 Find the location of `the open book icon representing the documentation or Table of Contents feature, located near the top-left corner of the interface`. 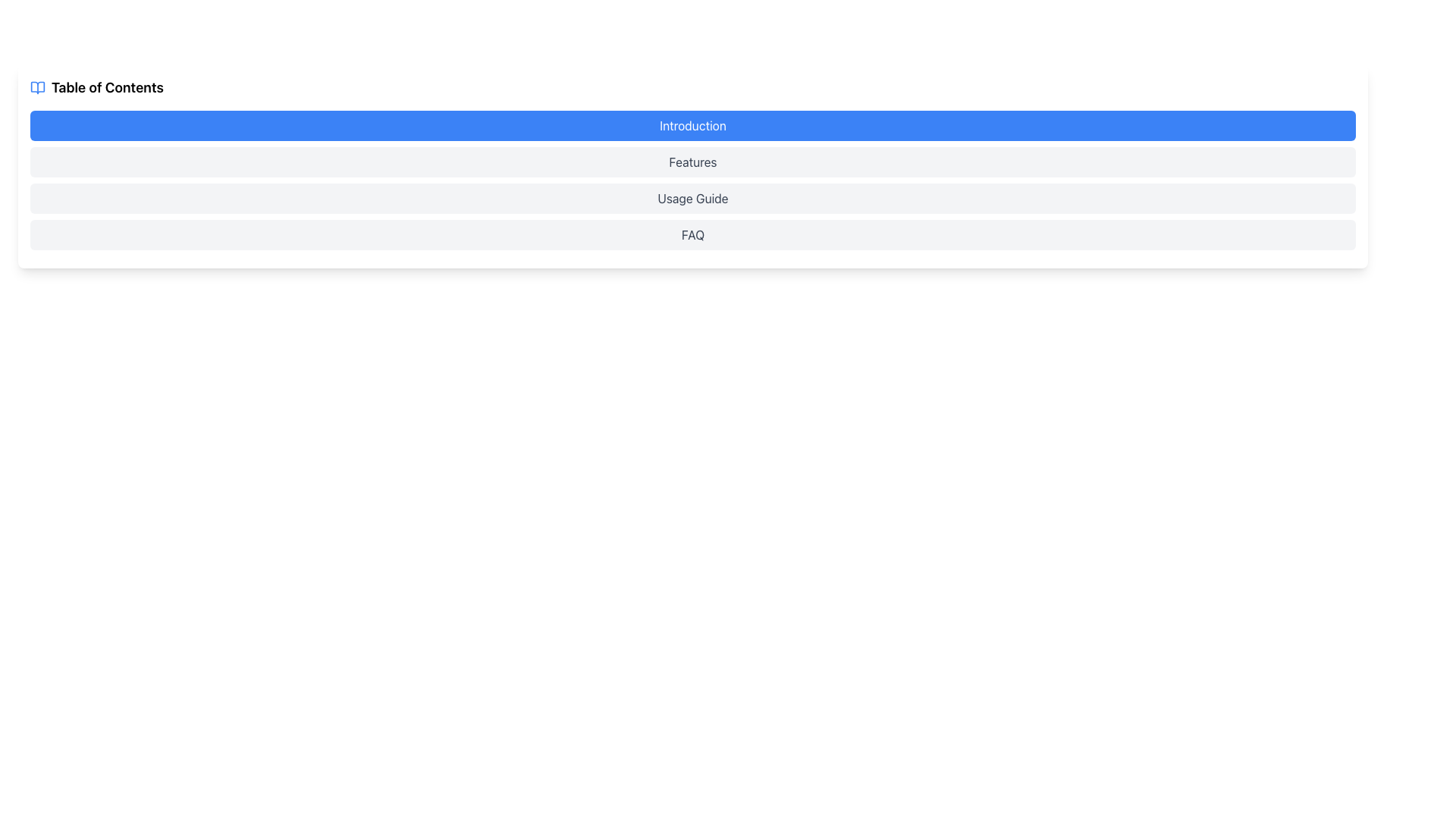

the open book icon representing the documentation or Table of Contents feature, located near the top-left corner of the interface is located at coordinates (37, 87).